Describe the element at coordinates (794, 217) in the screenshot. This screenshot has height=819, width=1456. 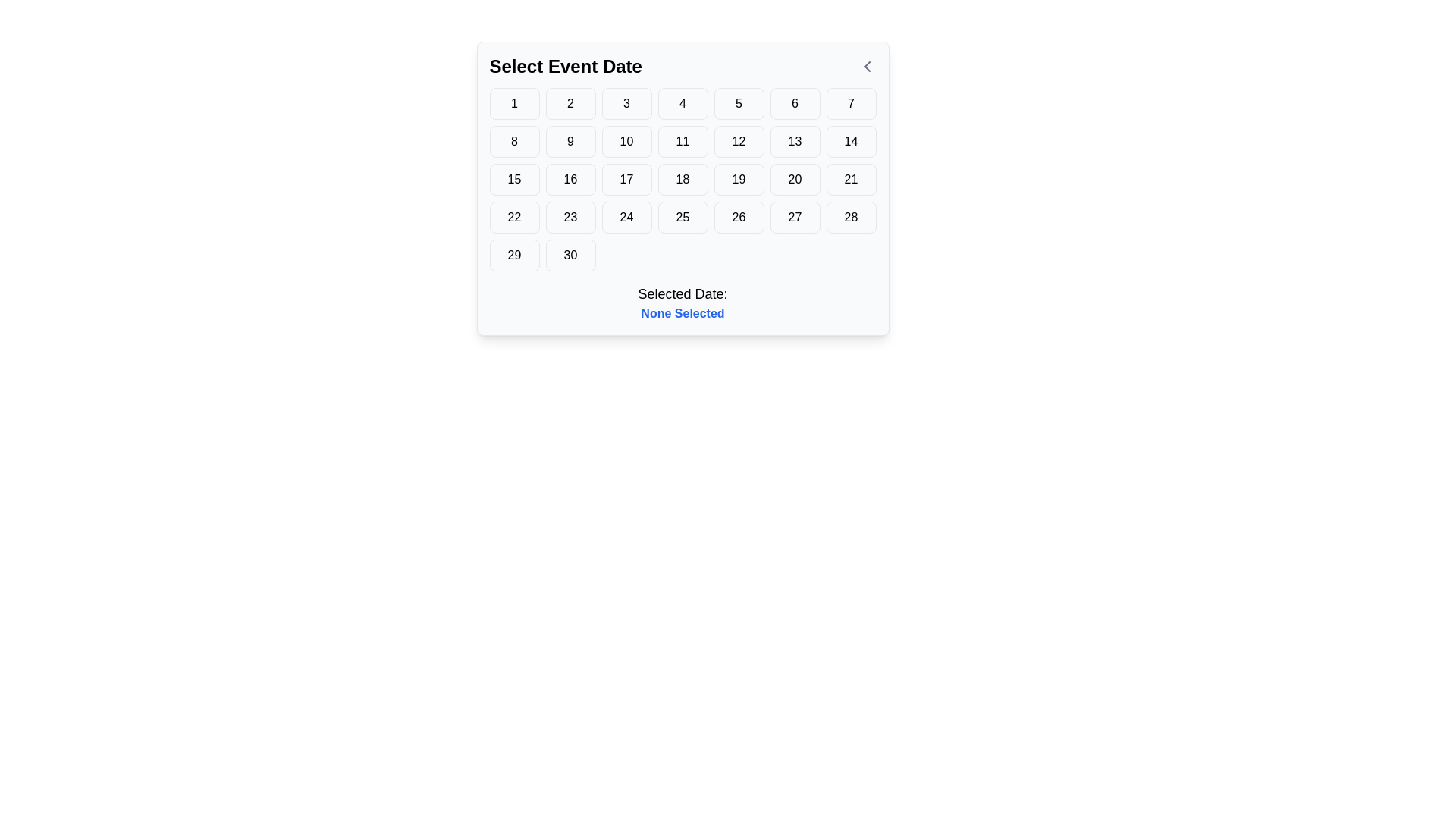
I see `the square button with the text '27' in the fourth row and sixth column of the grid layout within the 'Select Event Date' modal` at that location.